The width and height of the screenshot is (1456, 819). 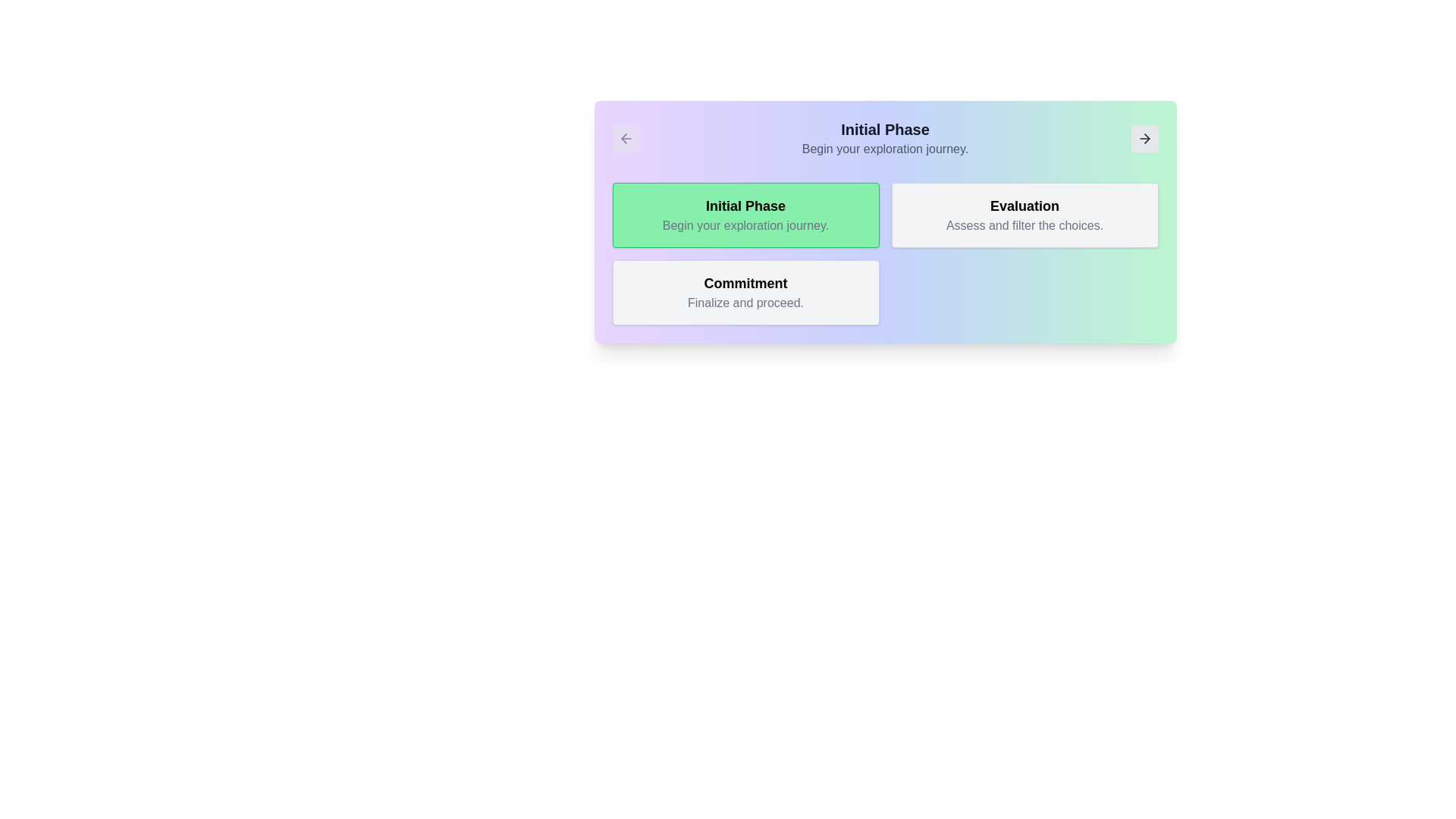 What do you see at coordinates (745, 225) in the screenshot?
I see `the text label providing supplementary information below the title 'Initial Phase', which is centrally located within a green rectangular component with rounded borders` at bounding box center [745, 225].